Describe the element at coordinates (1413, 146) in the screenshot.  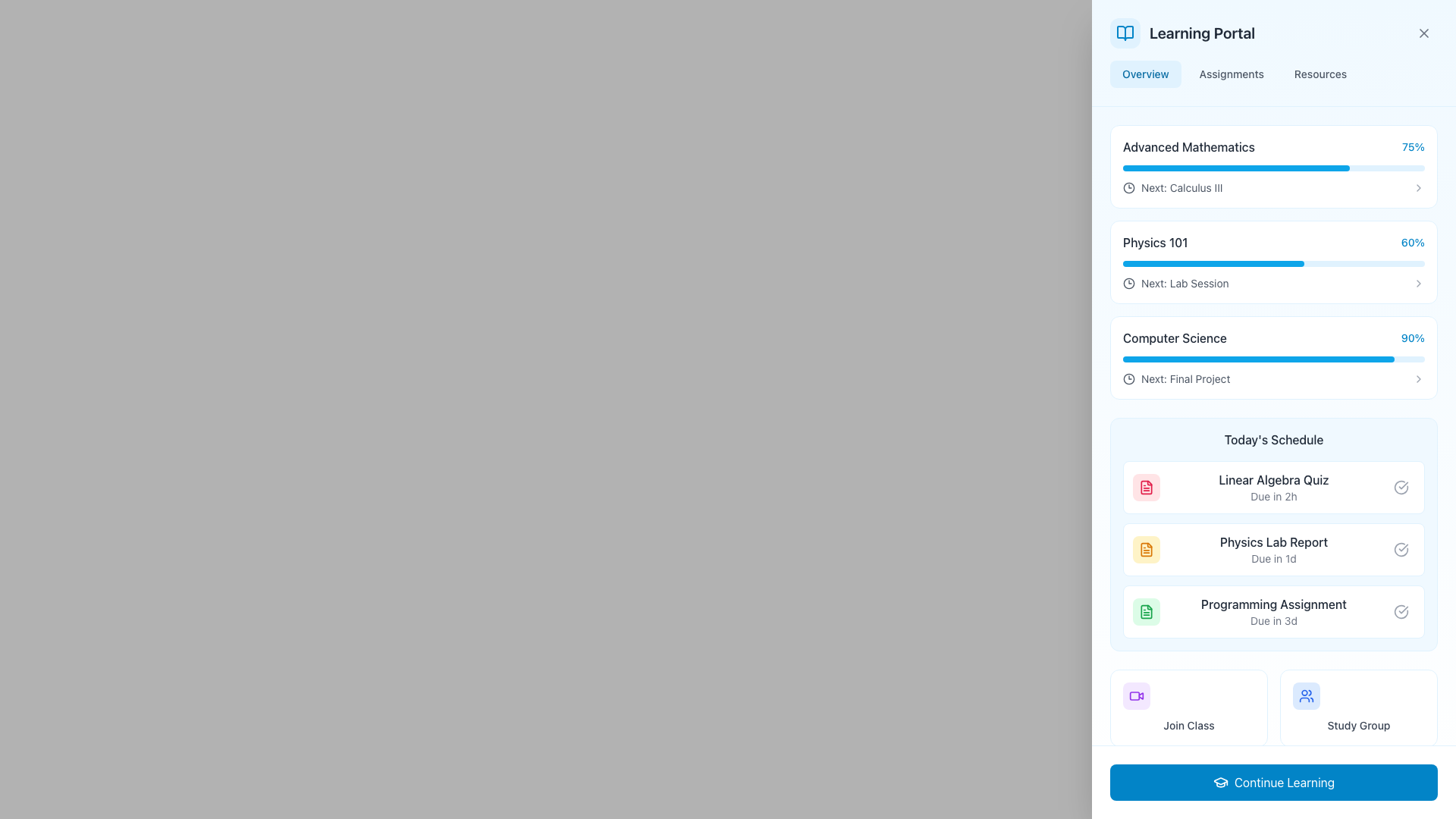
I see `percentage completion information displayed in the static text label indicating '75%' for the 'Advanced Mathematics' course located at the top right of the corresponding card` at that location.